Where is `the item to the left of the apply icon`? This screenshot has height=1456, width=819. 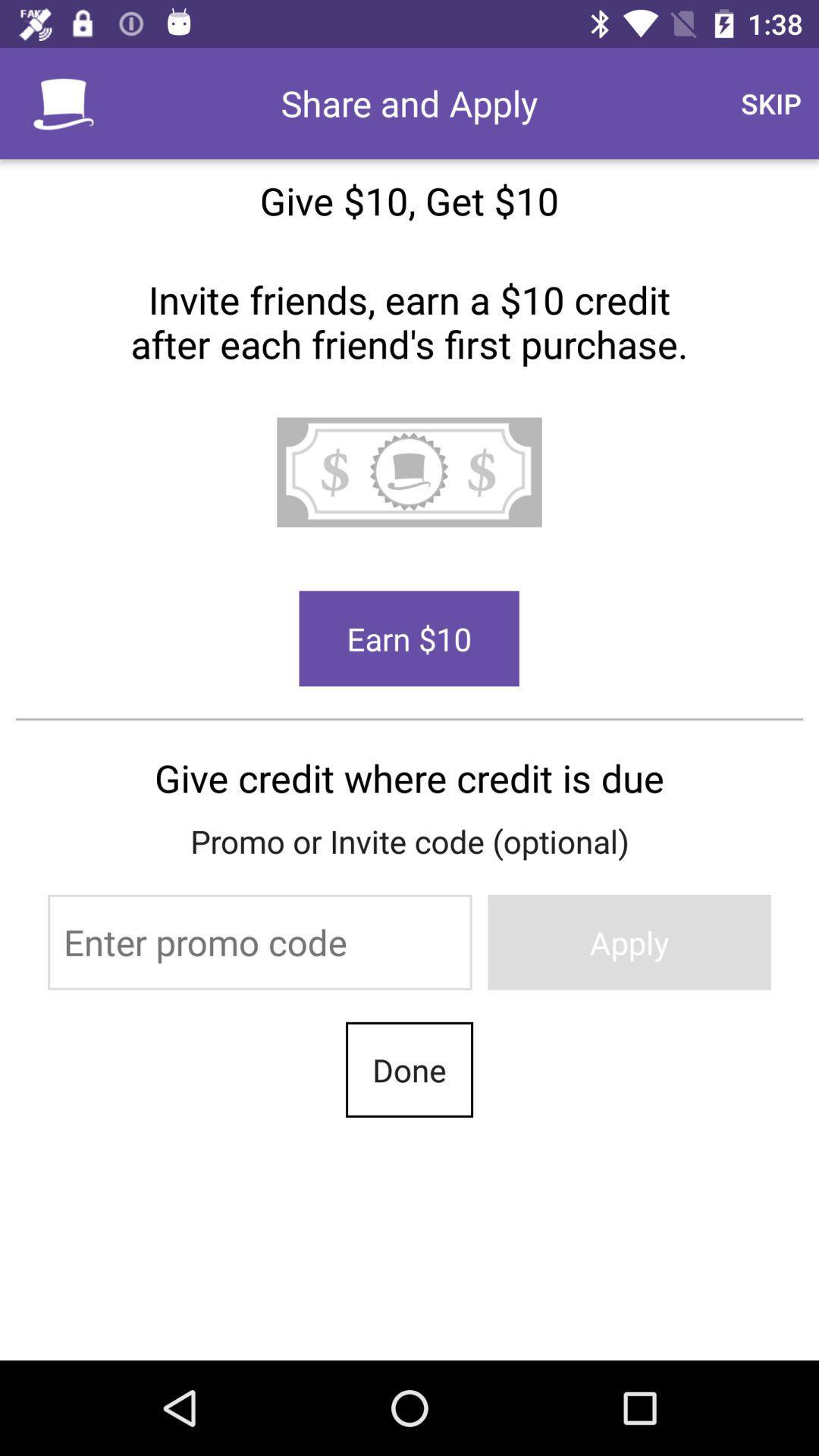
the item to the left of the apply icon is located at coordinates (259, 941).